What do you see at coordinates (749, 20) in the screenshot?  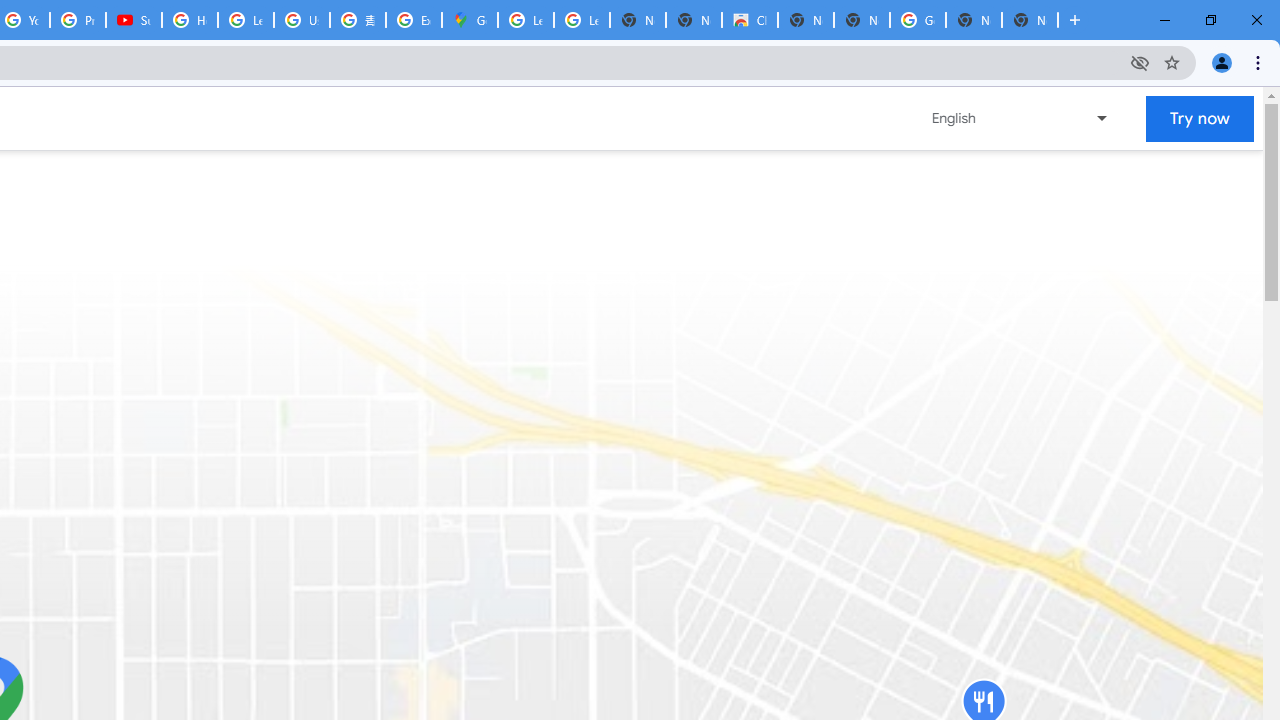 I see `'Chrome Web Store'` at bounding box center [749, 20].